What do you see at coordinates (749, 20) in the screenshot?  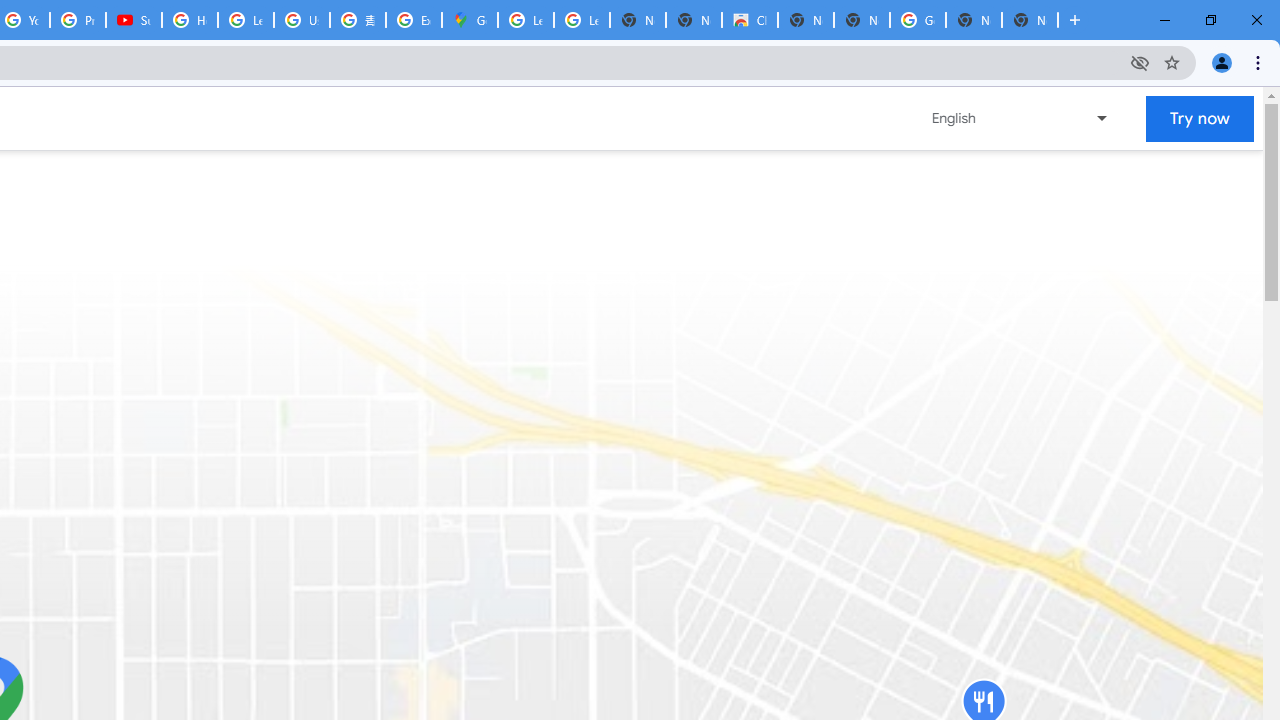 I see `'Chrome Web Store'` at bounding box center [749, 20].